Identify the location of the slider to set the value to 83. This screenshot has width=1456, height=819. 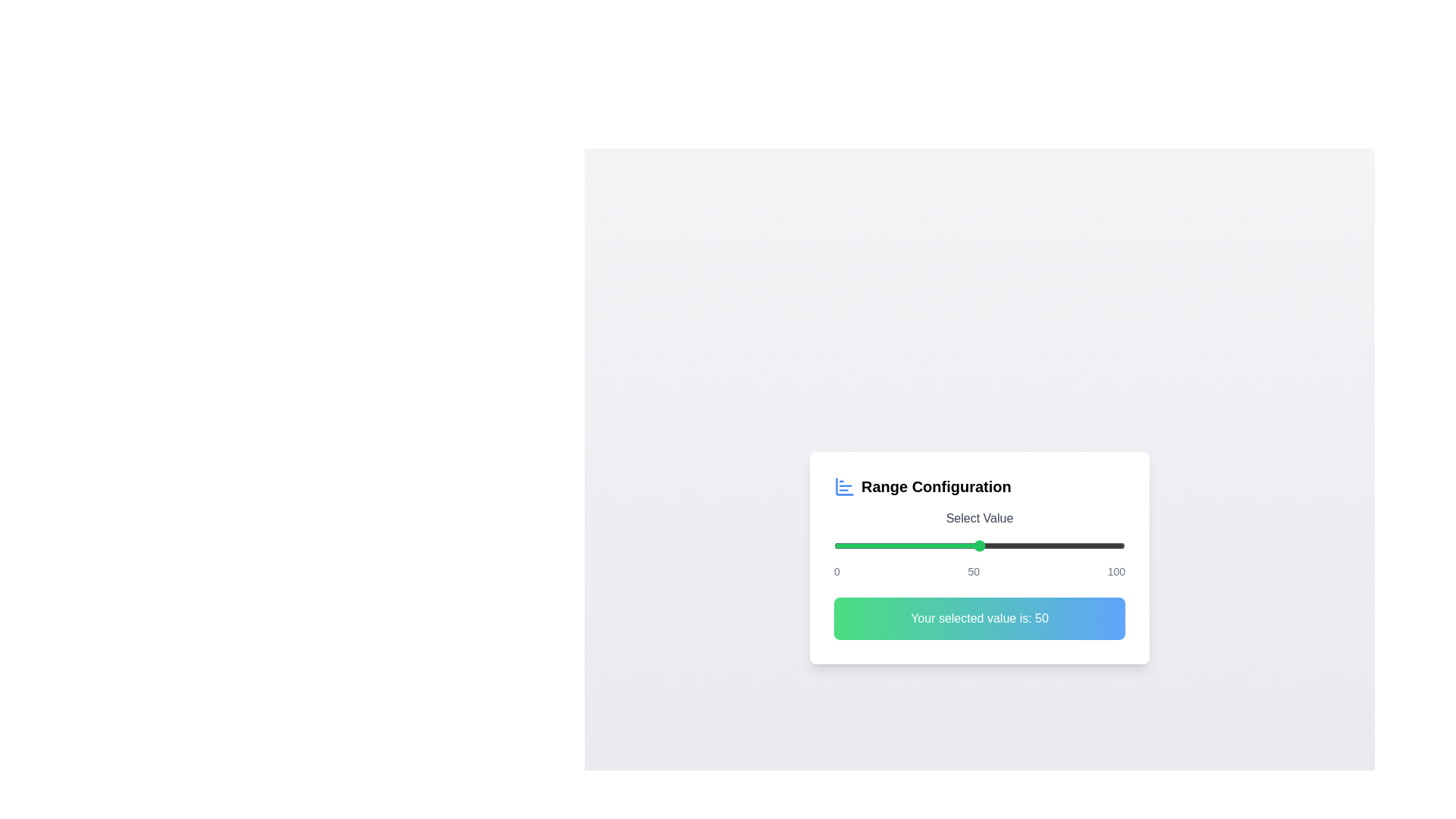
(1075, 546).